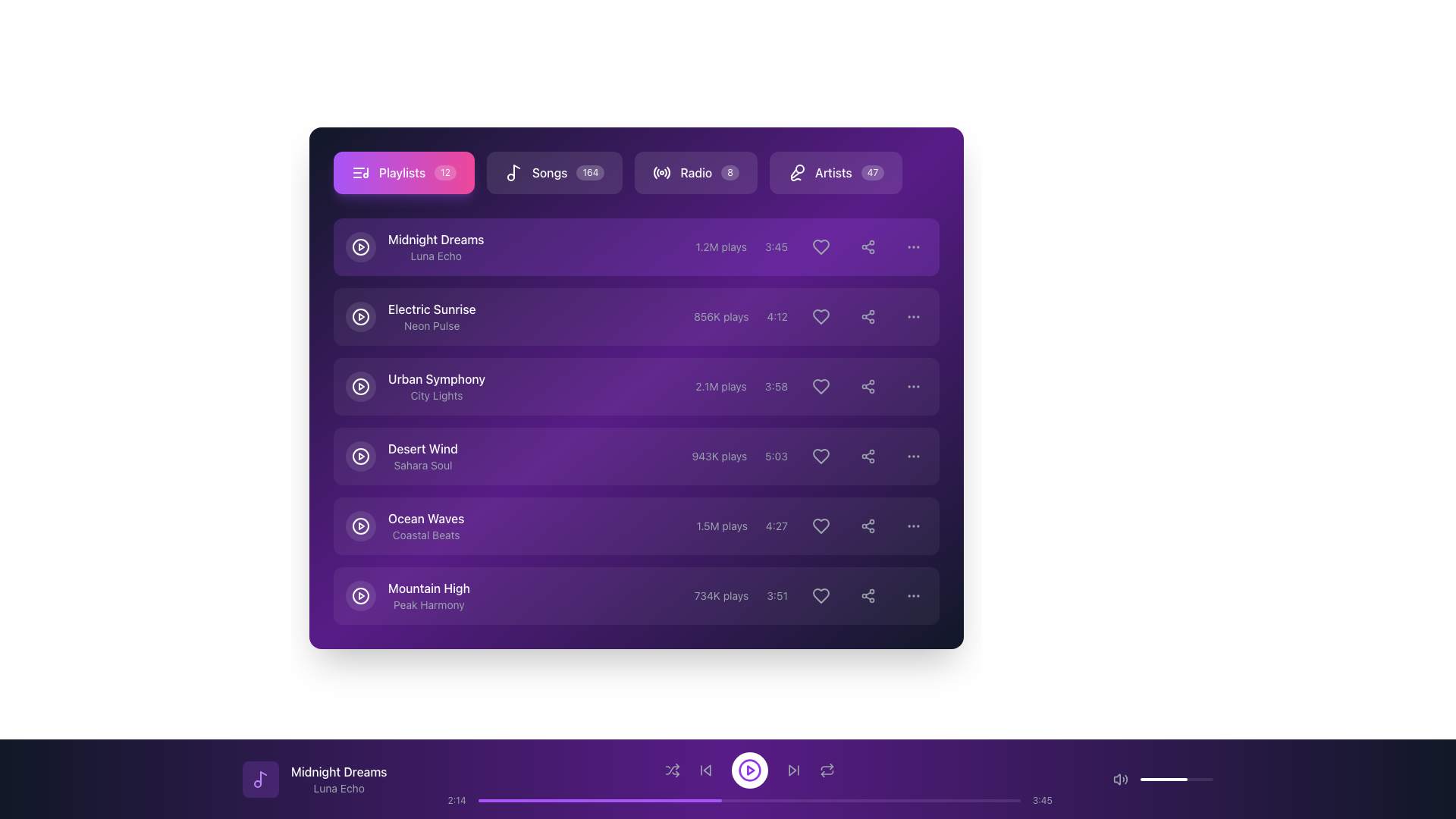 The image size is (1456, 819). What do you see at coordinates (868, 526) in the screenshot?
I see `the circular share button with three connected circles, located at the rightmost side of the fifth row, after the '1.5M plays', '4:27' labels, and heart icon` at bounding box center [868, 526].